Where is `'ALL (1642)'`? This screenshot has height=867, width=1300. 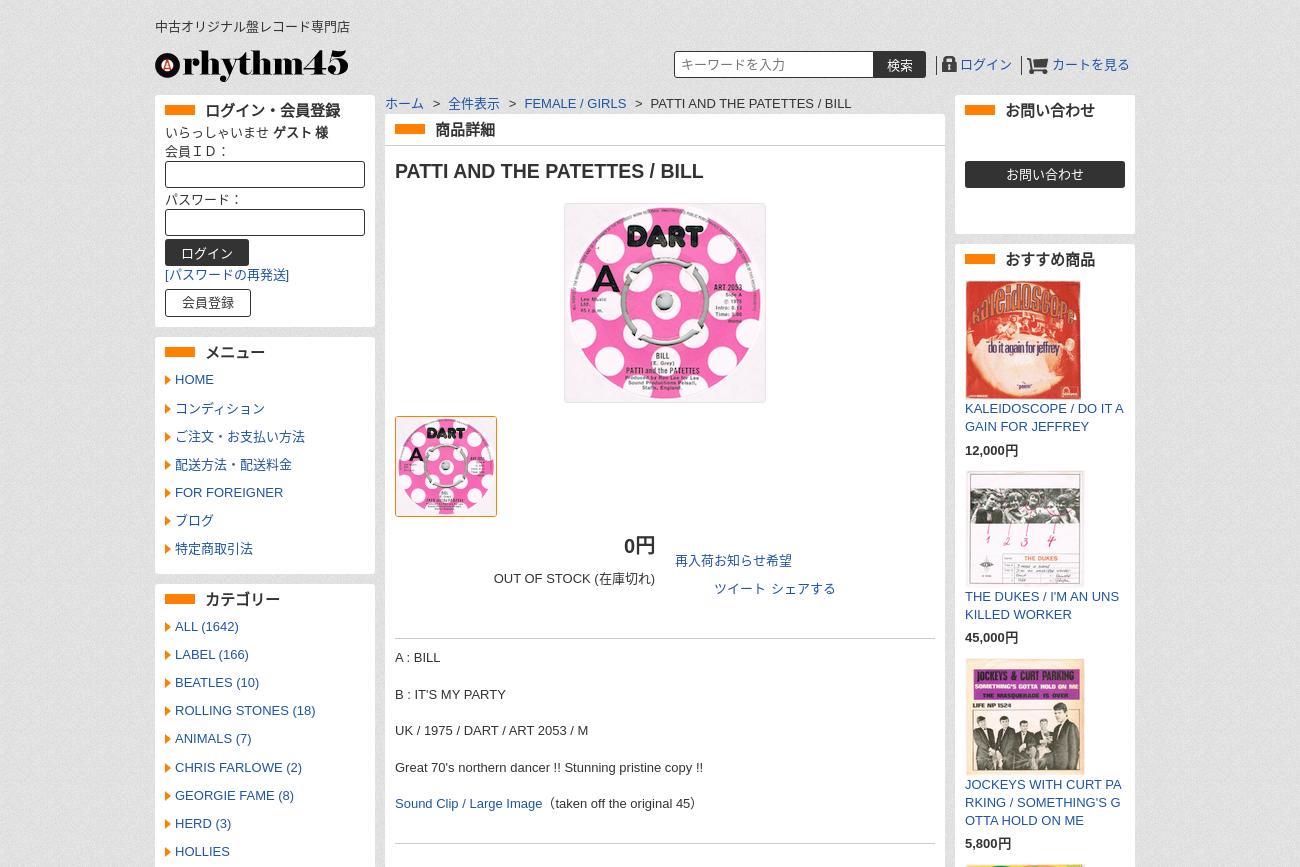 'ALL (1642)' is located at coordinates (206, 624).